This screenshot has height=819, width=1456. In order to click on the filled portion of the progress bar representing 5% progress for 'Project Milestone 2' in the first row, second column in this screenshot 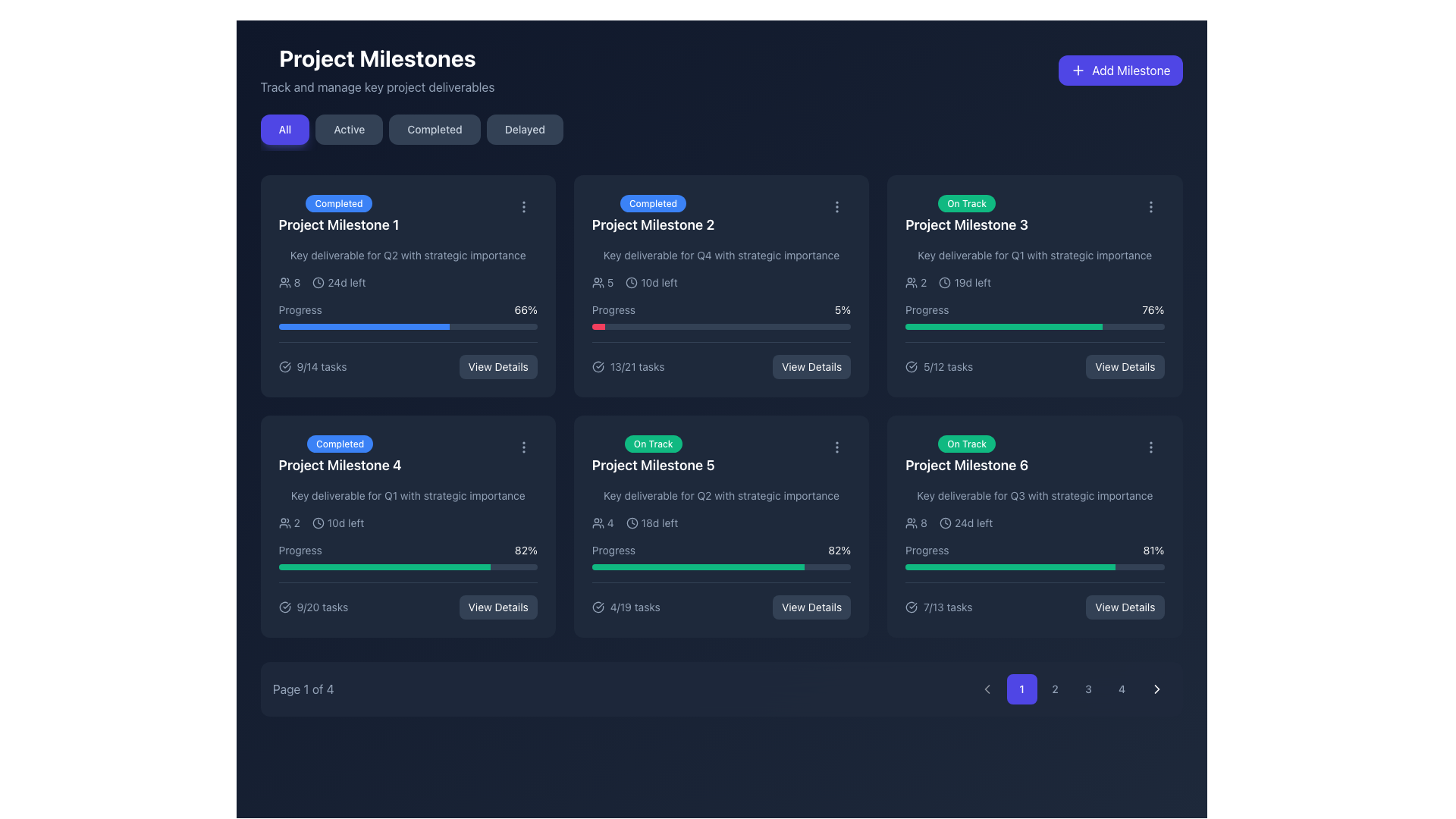, I will do `click(598, 326)`.